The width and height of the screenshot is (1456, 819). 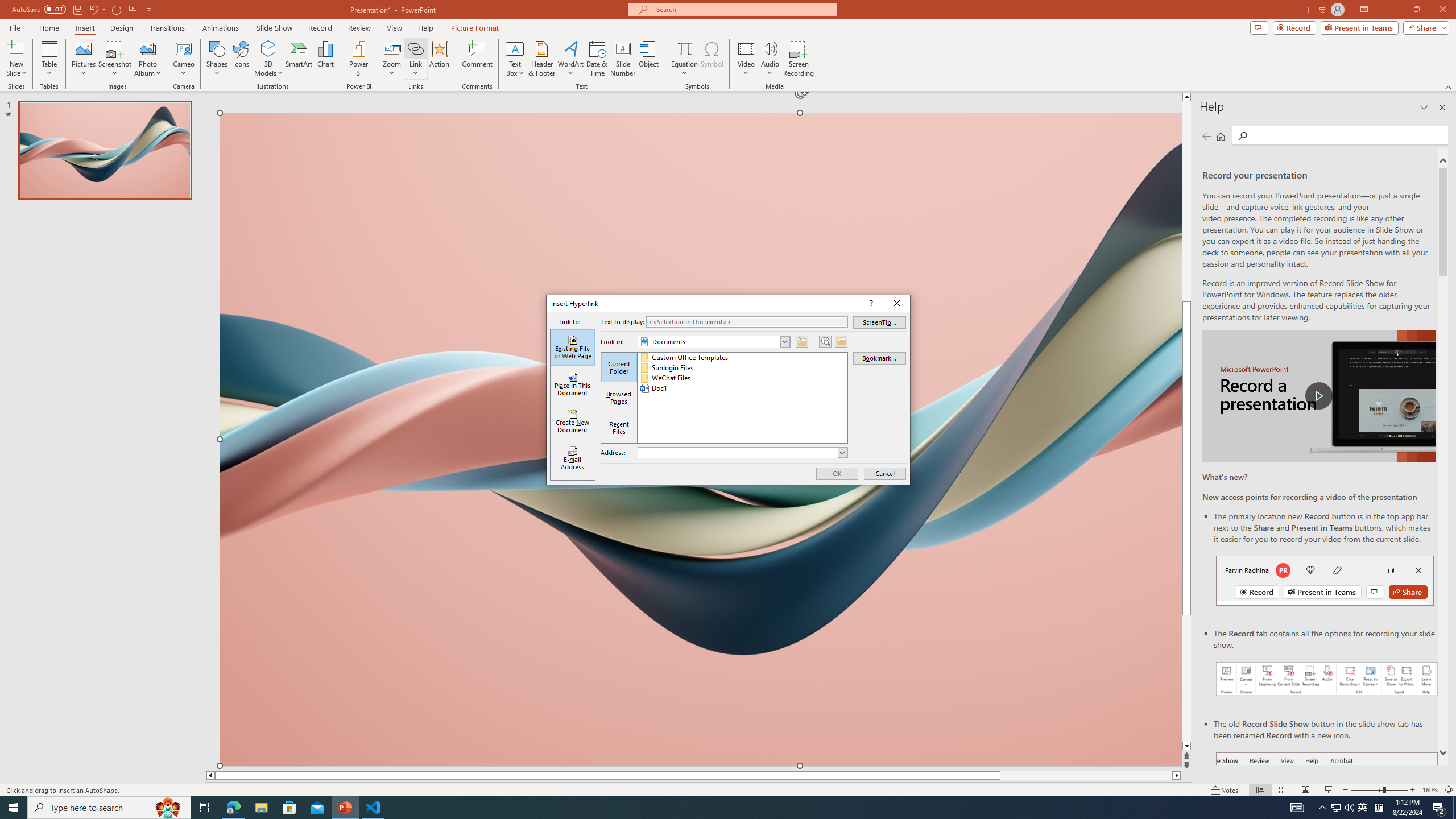 What do you see at coordinates (570, 59) in the screenshot?
I see `'WordArt'` at bounding box center [570, 59].